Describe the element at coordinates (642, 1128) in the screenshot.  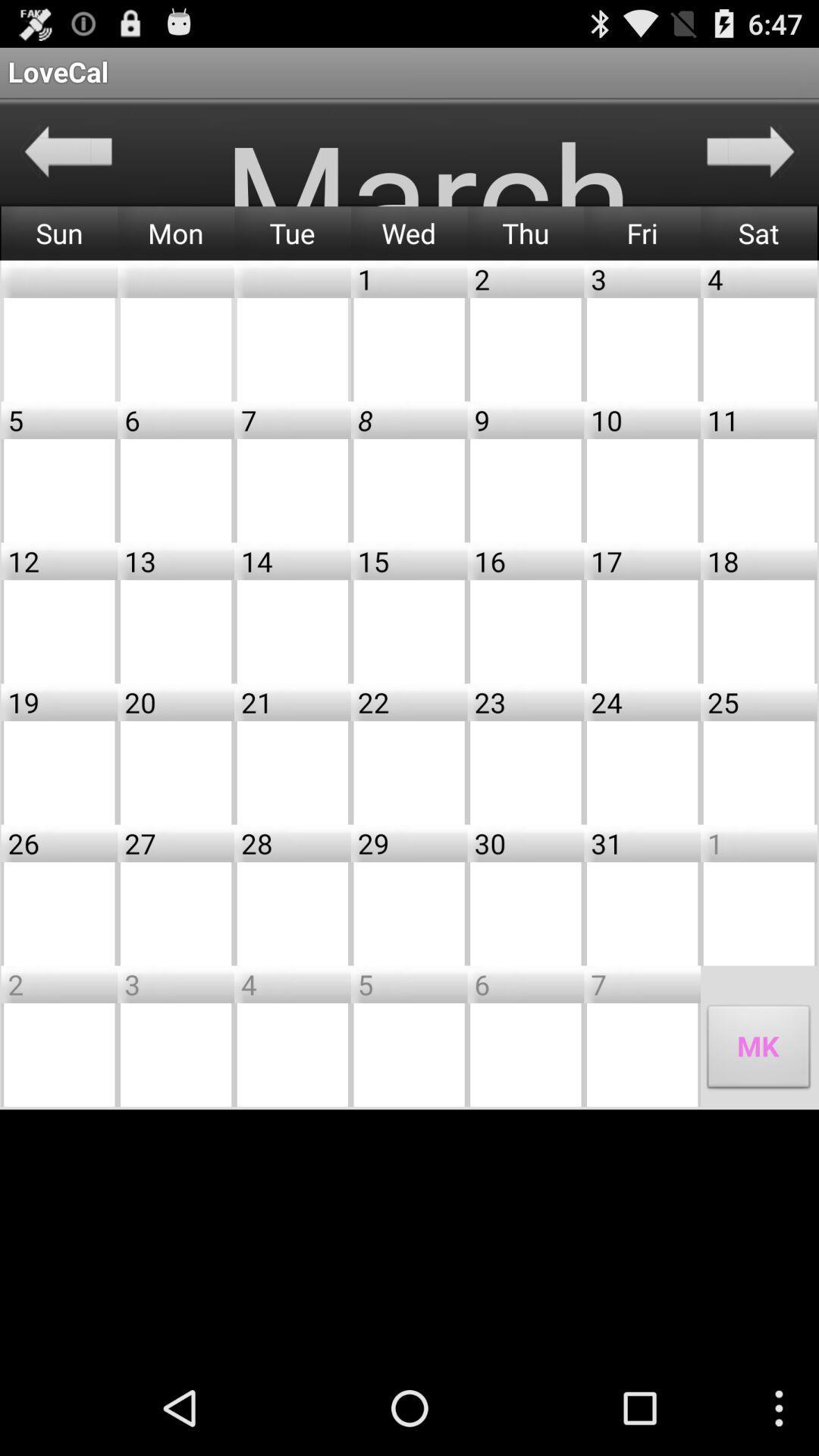
I see `the minus icon` at that location.